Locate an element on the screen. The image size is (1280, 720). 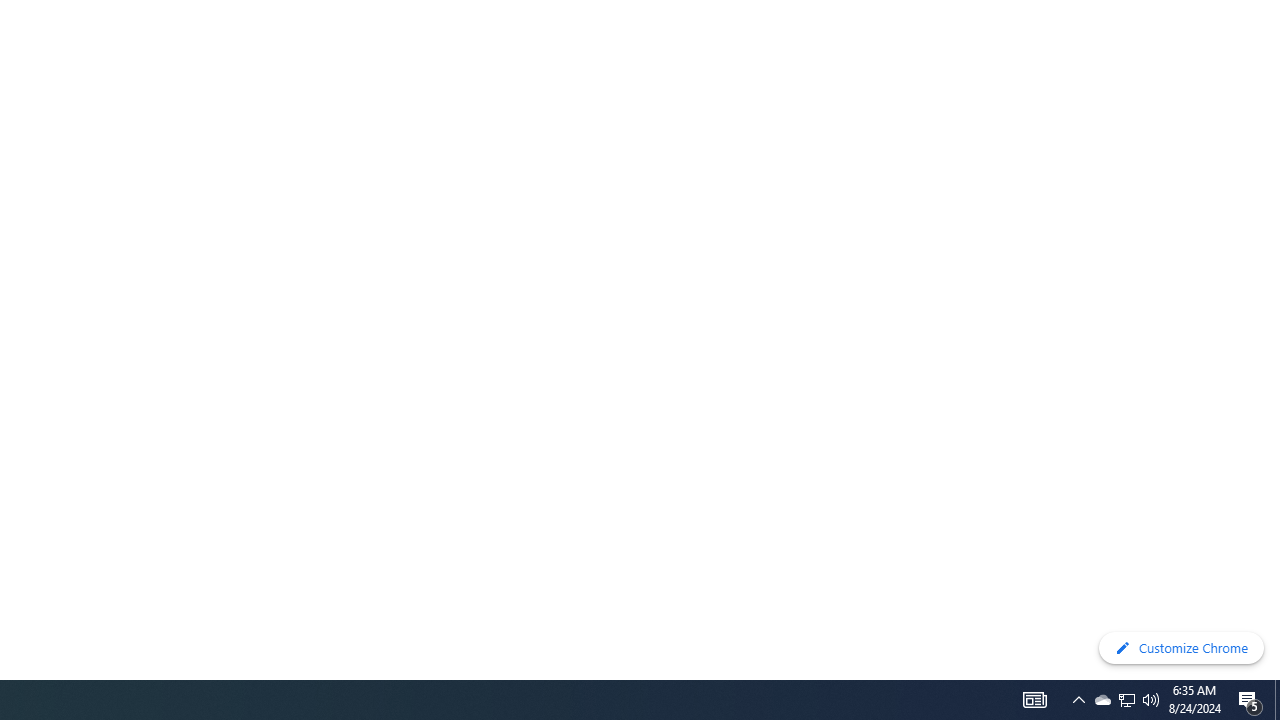
'Customize Chrome' is located at coordinates (1181, 648).